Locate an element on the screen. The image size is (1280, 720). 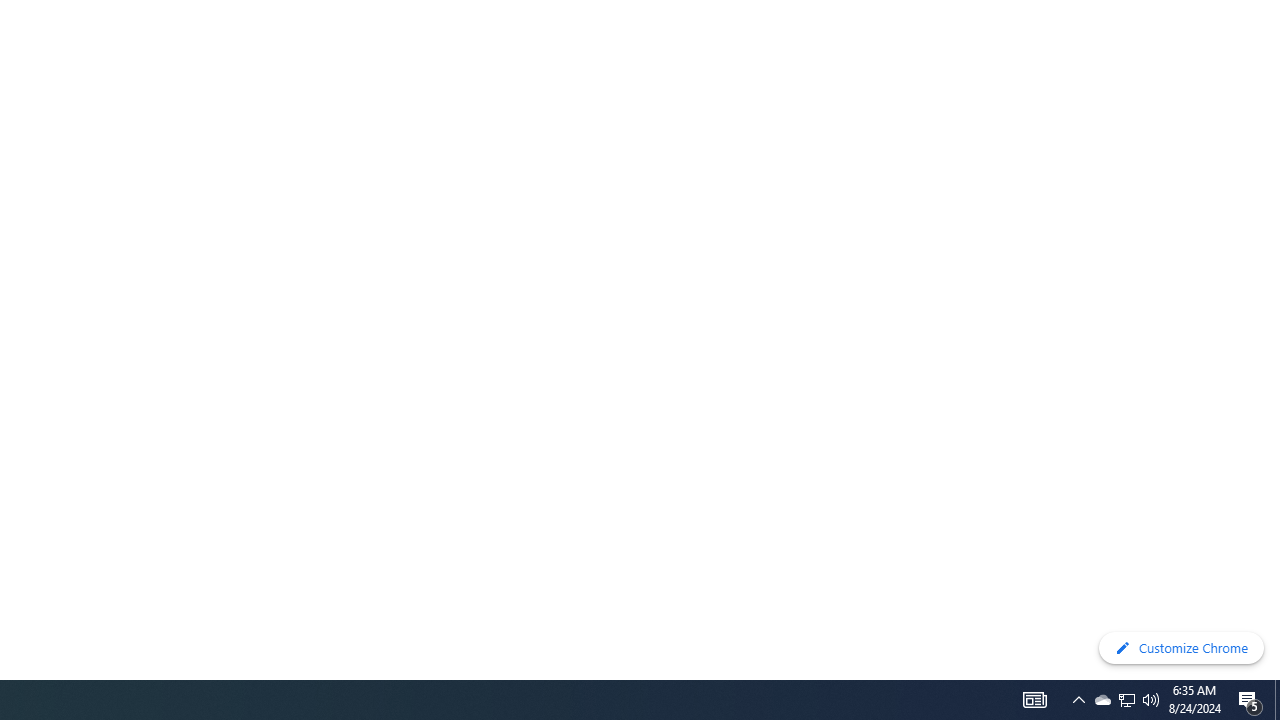
'Customize Chrome' is located at coordinates (1181, 648).